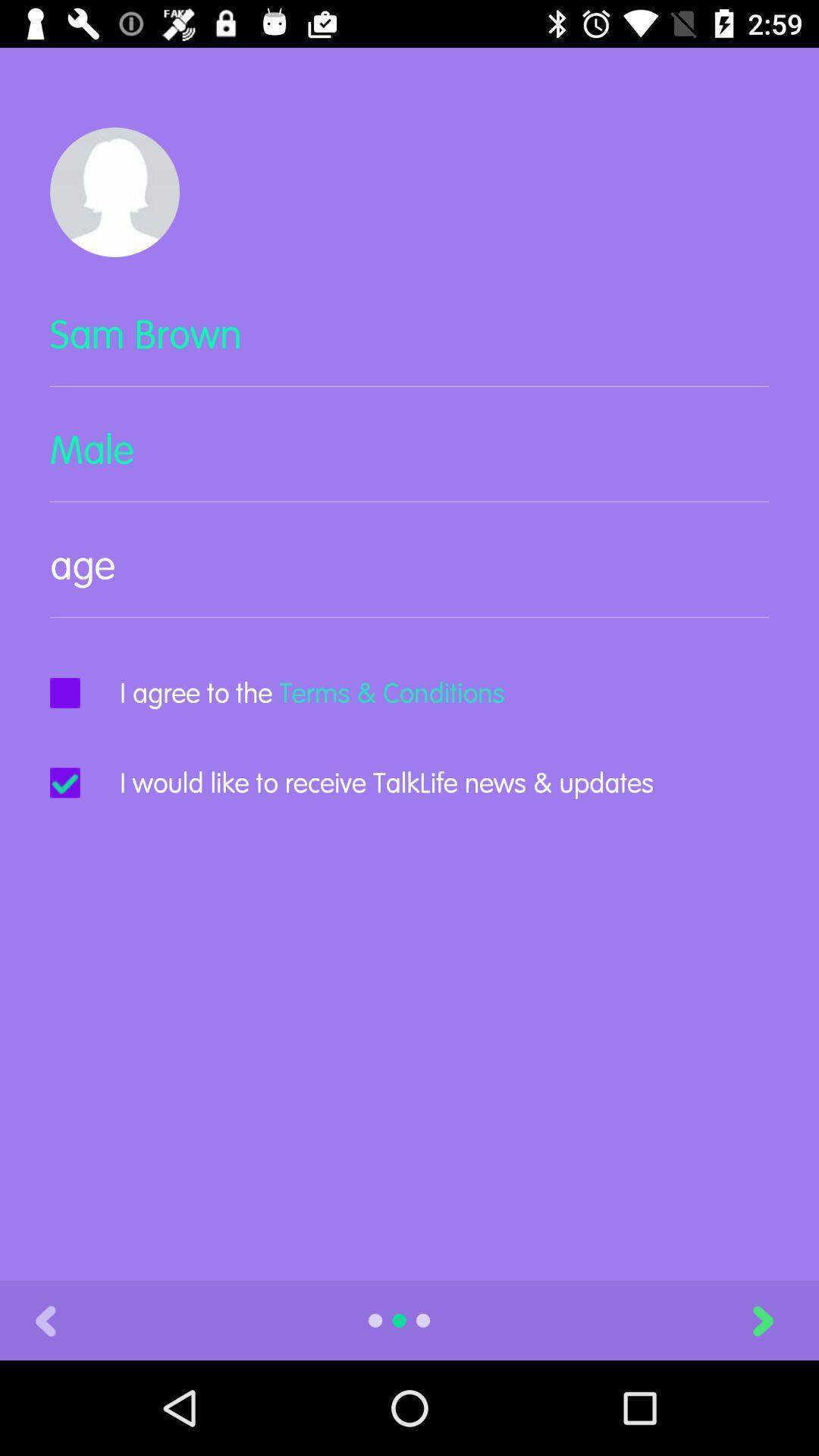 The width and height of the screenshot is (819, 1456). What do you see at coordinates (114, 191) in the screenshot?
I see `the icon at the top left corner` at bounding box center [114, 191].